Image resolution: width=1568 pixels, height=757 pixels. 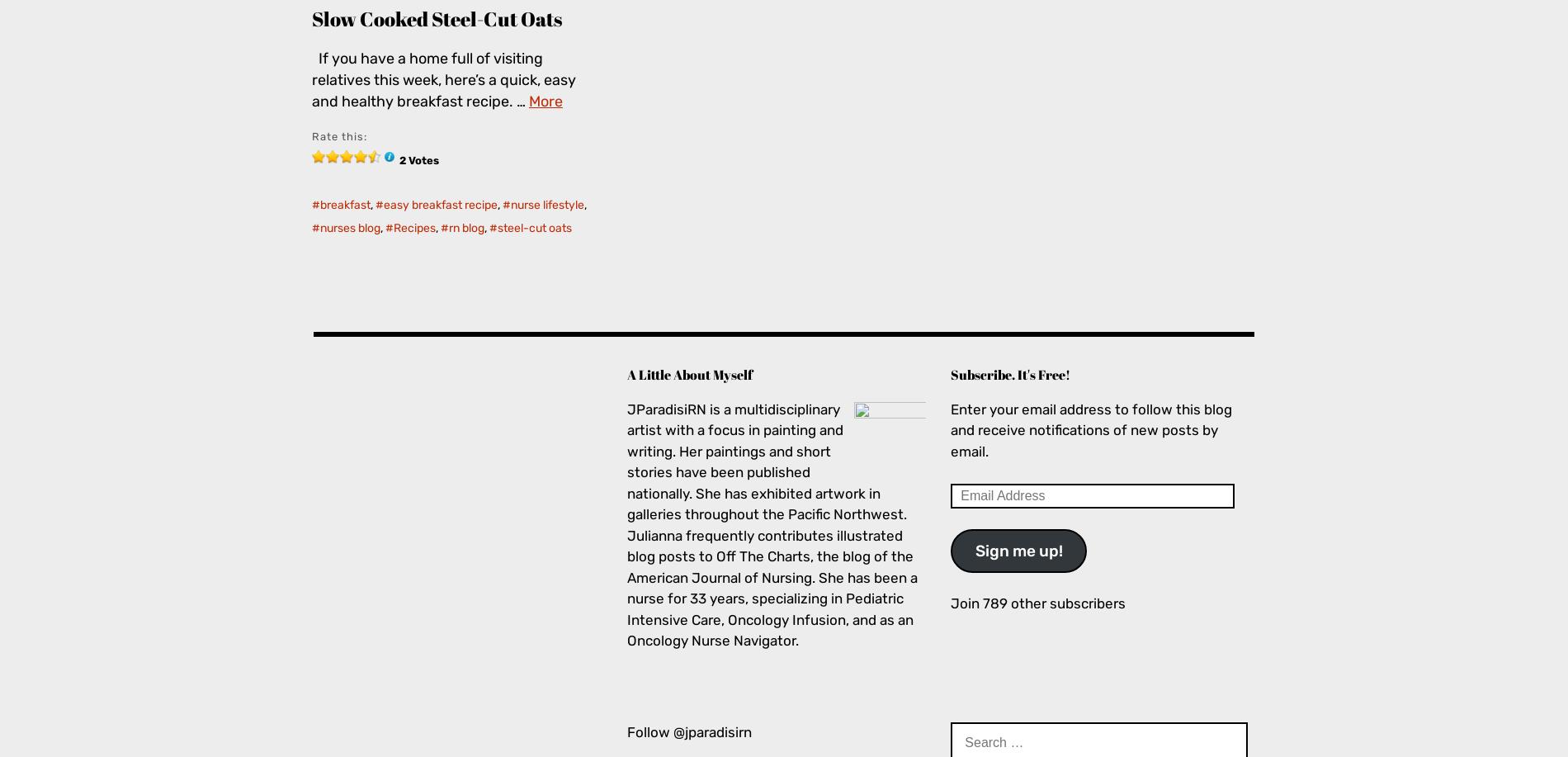 I want to click on 'A Little About Myself', so click(x=626, y=373).